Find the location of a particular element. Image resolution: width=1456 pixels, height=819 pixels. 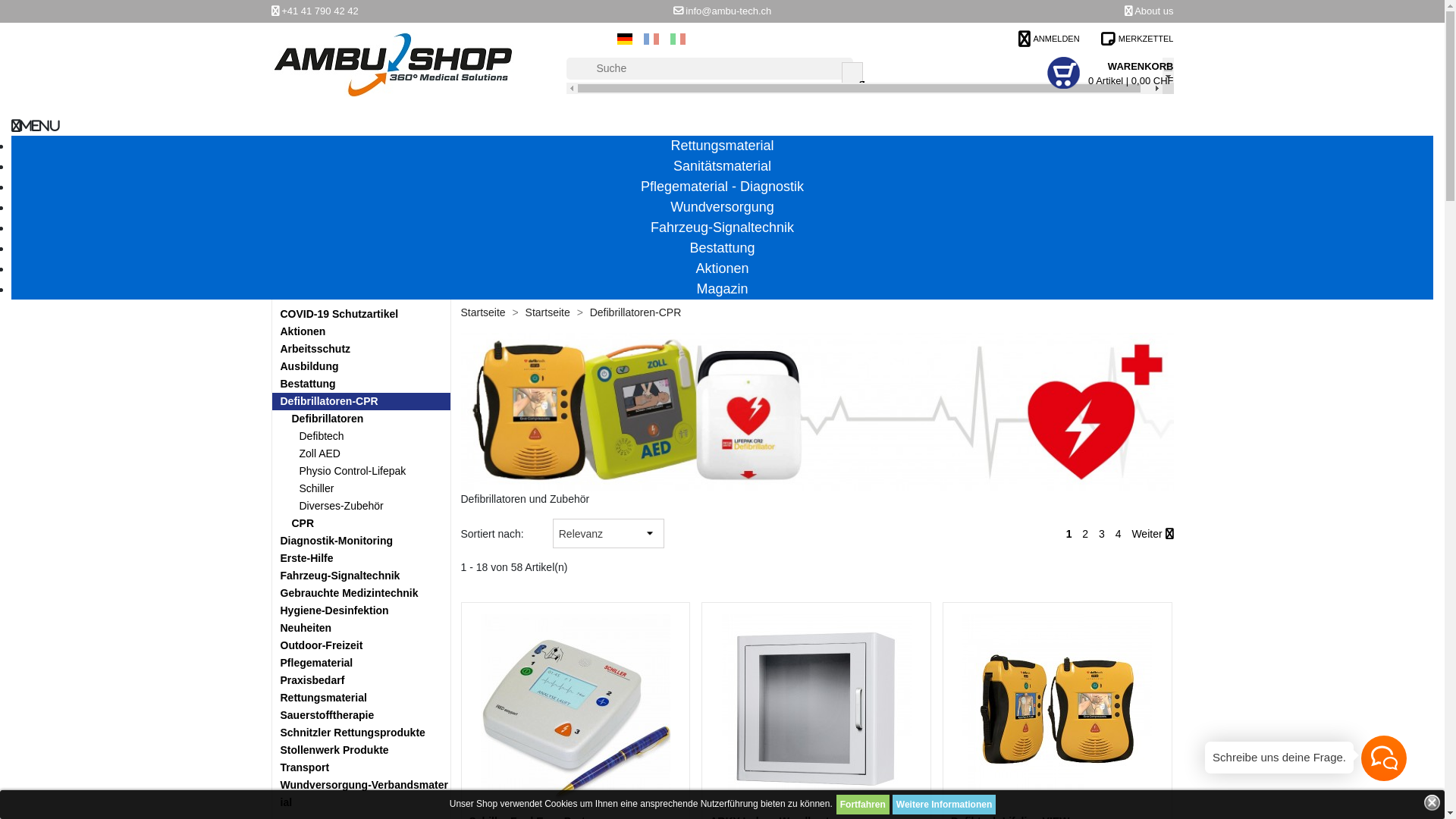

'4' is located at coordinates (1118, 533).